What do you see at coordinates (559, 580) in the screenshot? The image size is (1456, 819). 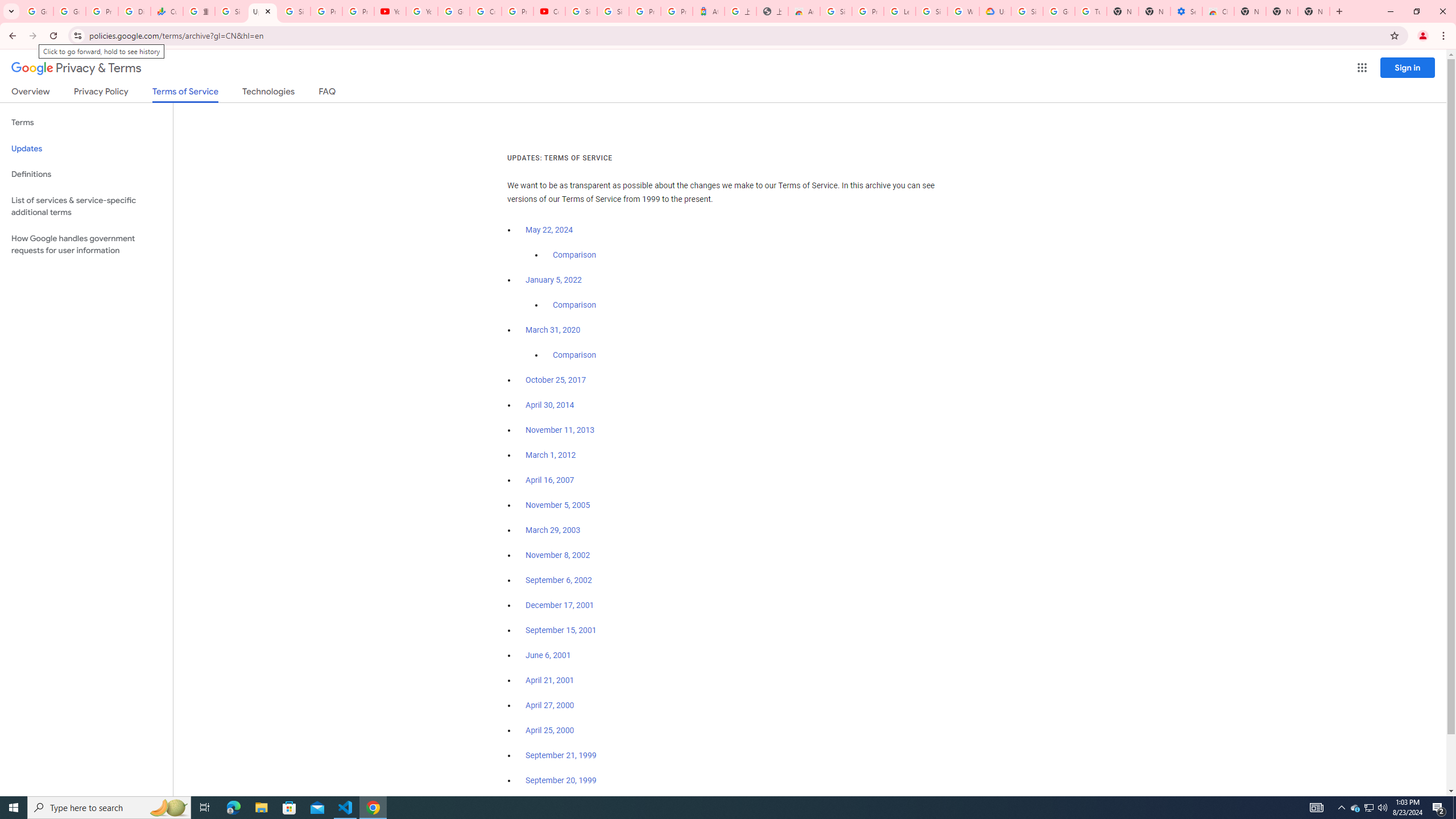 I see `'September 6, 2002'` at bounding box center [559, 580].